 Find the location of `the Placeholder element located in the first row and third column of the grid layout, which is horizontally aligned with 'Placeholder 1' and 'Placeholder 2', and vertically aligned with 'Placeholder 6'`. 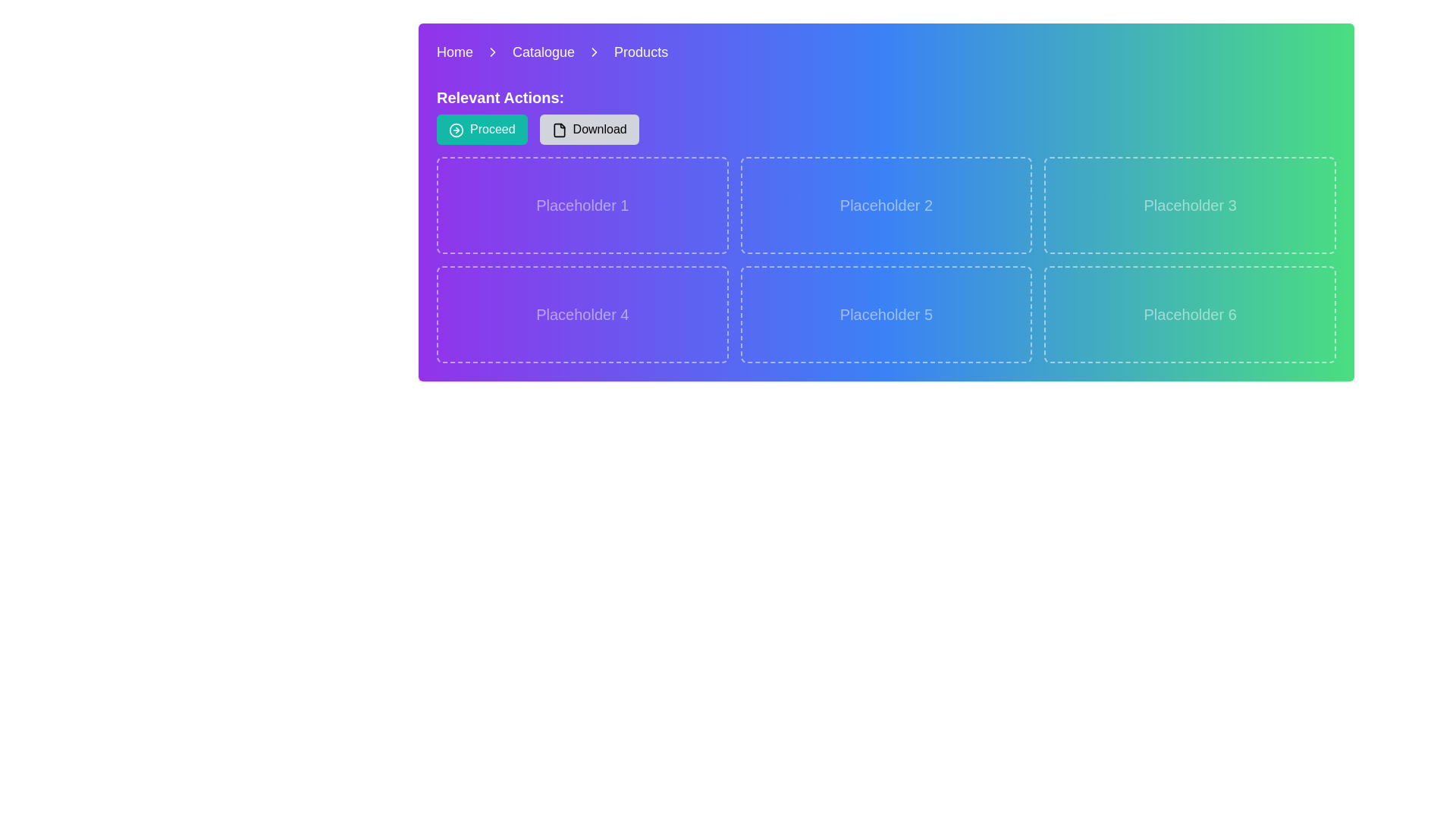

the Placeholder element located in the first row and third column of the grid layout, which is horizontally aligned with 'Placeholder 1' and 'Placeholder 2', and vertically aligned with 'Placeholder 6' is located at coordinates (1189, 205).